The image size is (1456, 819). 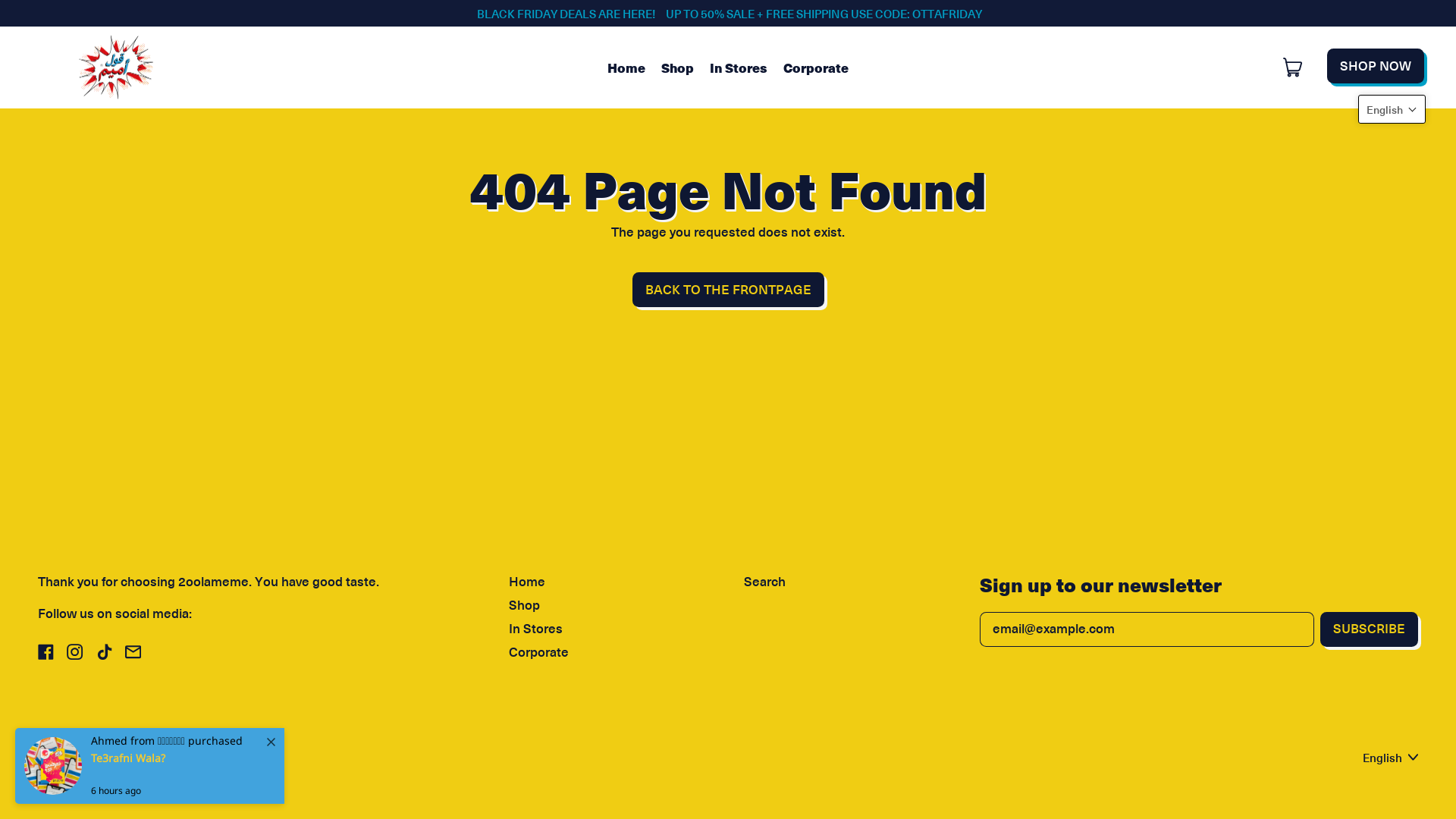 What do you see at coordinates (1292, 66) in the screenshot?
I see `'Cart` at bounding box center [1292, 66].